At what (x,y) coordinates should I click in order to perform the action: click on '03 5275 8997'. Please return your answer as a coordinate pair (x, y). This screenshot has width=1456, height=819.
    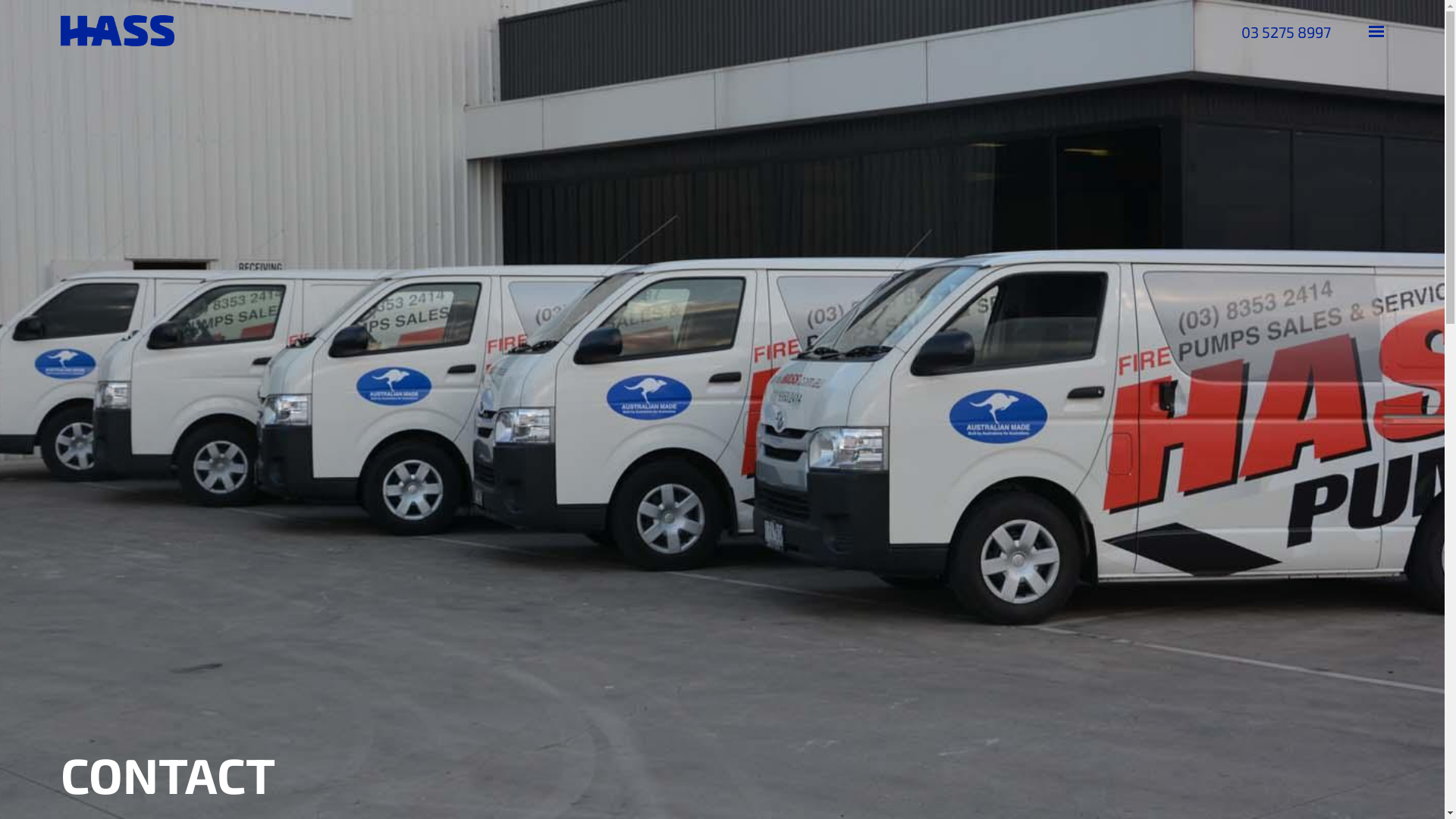
    Looking at the image, I should click on (1241, 32).